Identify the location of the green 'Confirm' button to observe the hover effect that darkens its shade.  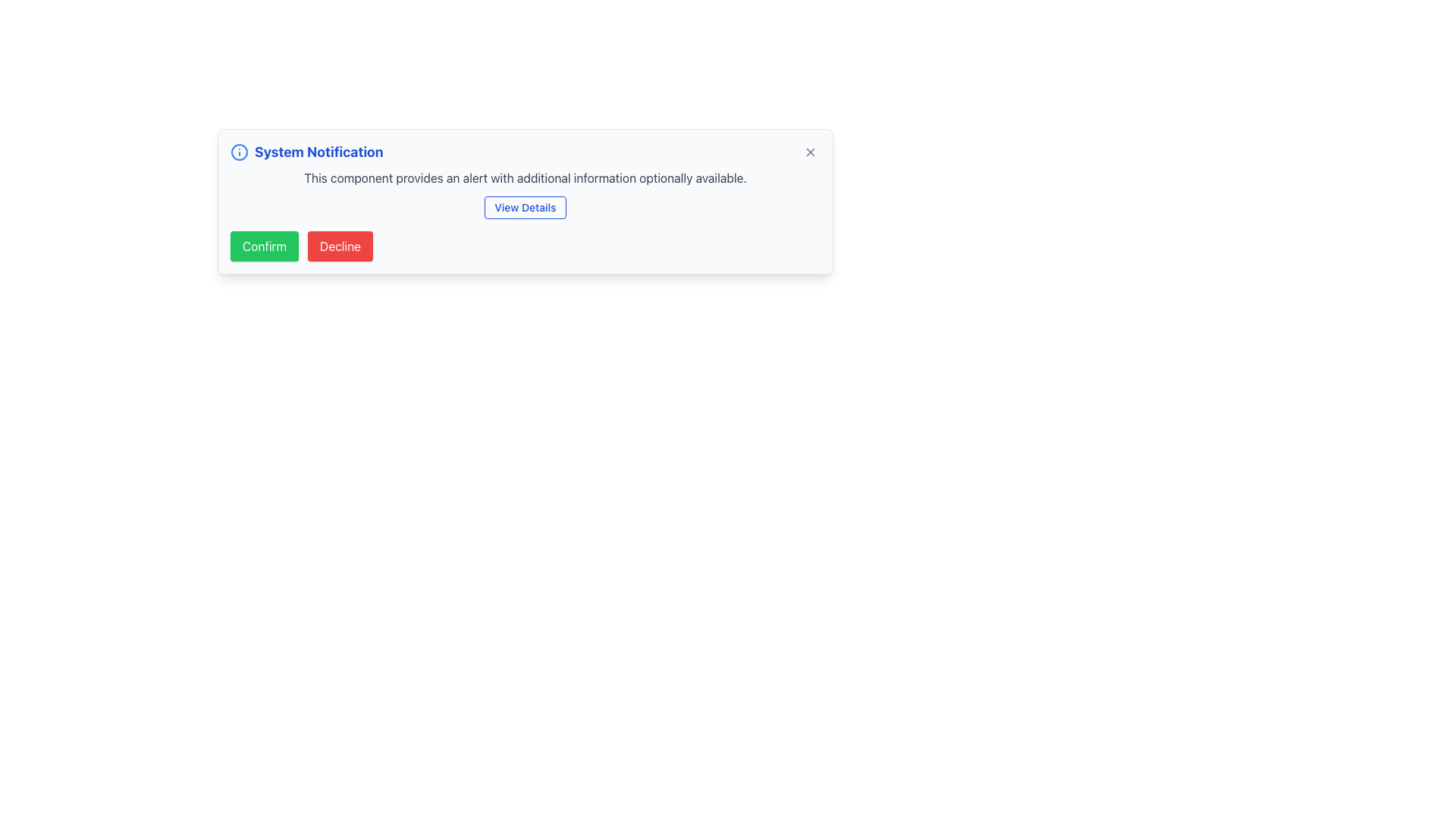
(265, 245).